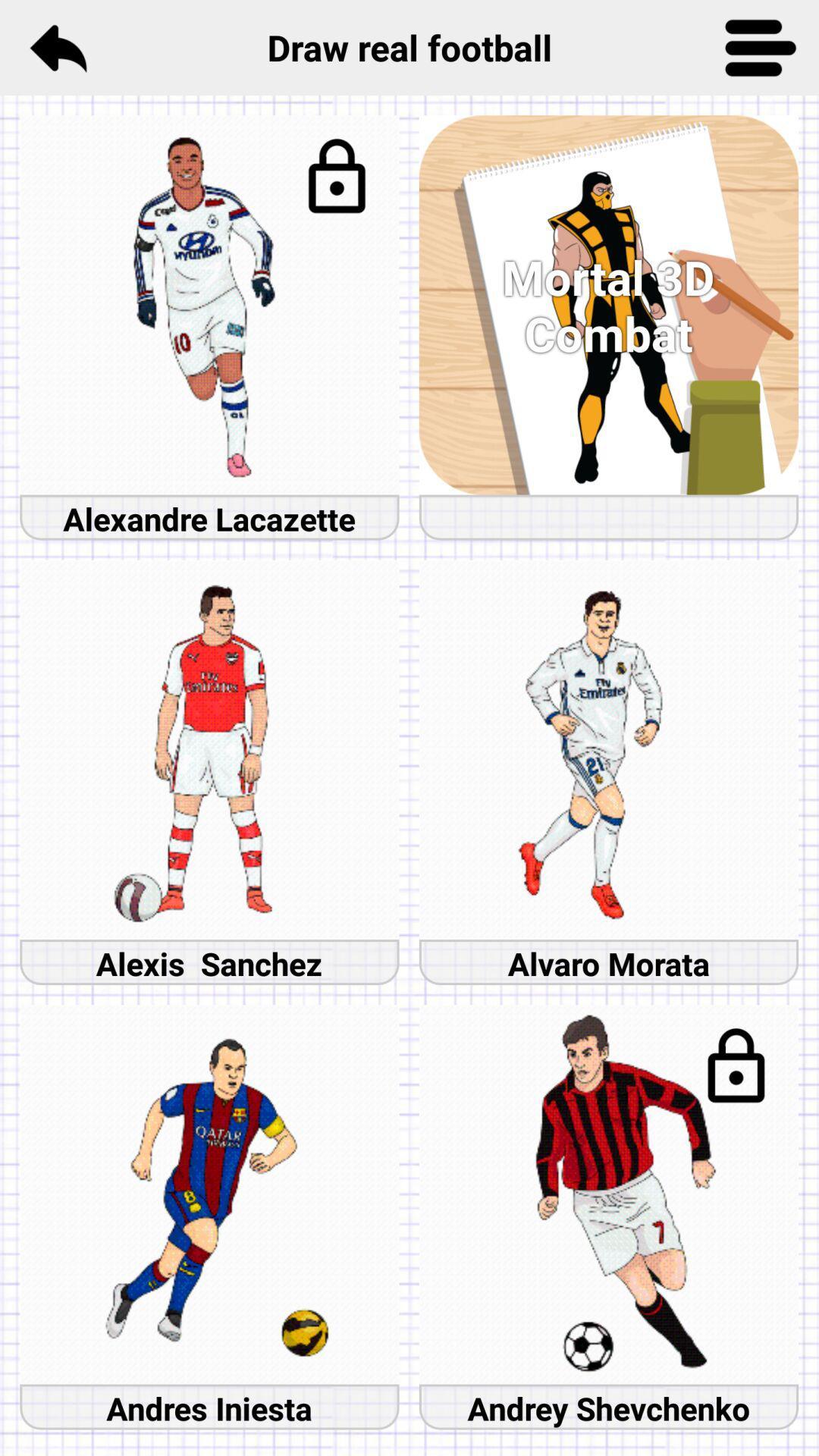 This screenshot has width=819, height=1456. I want to click on go back, so click(57, 47).